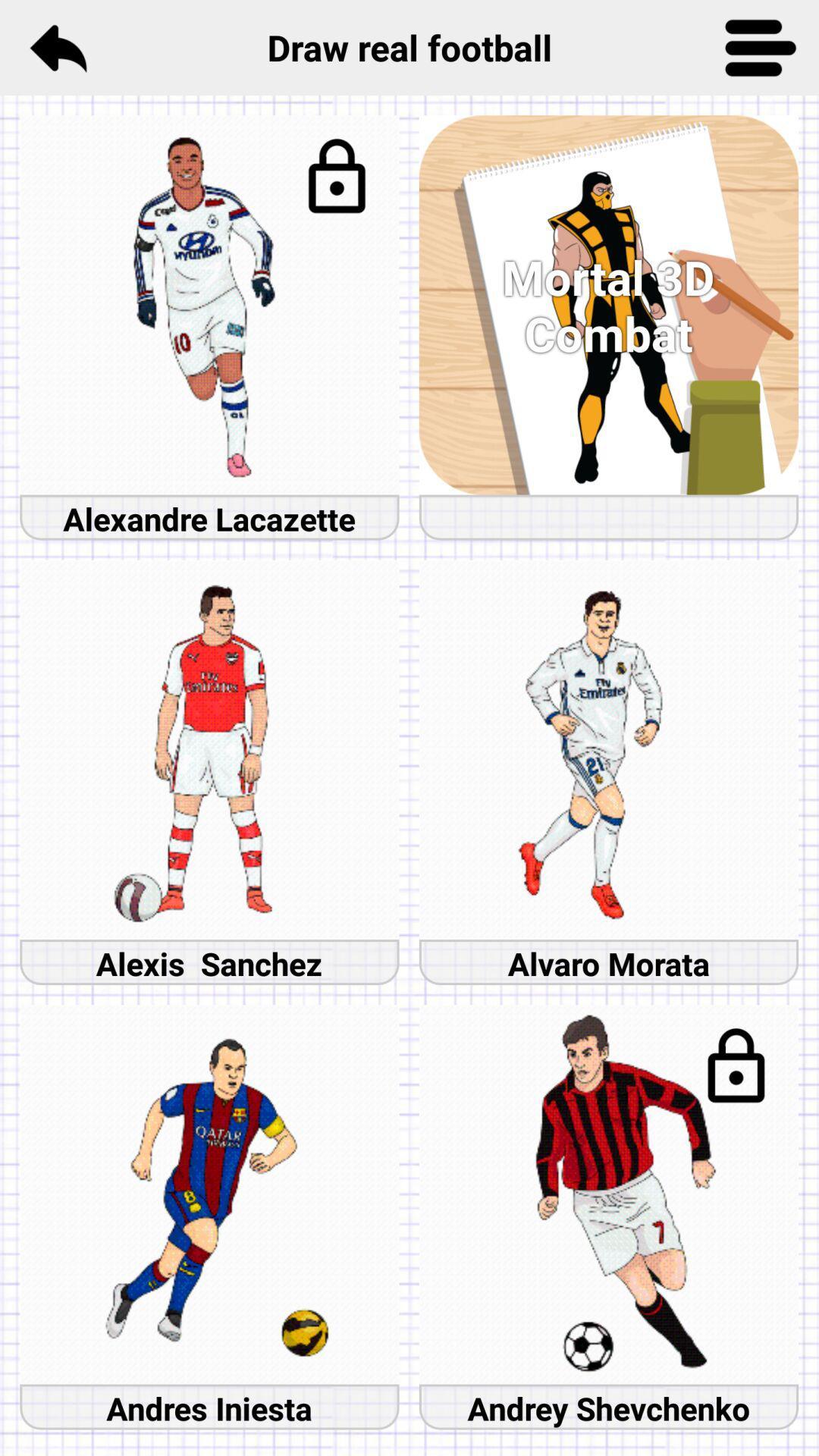 This screenshot has width=819, height=1456. I want to click on go back, so click(57, 47).